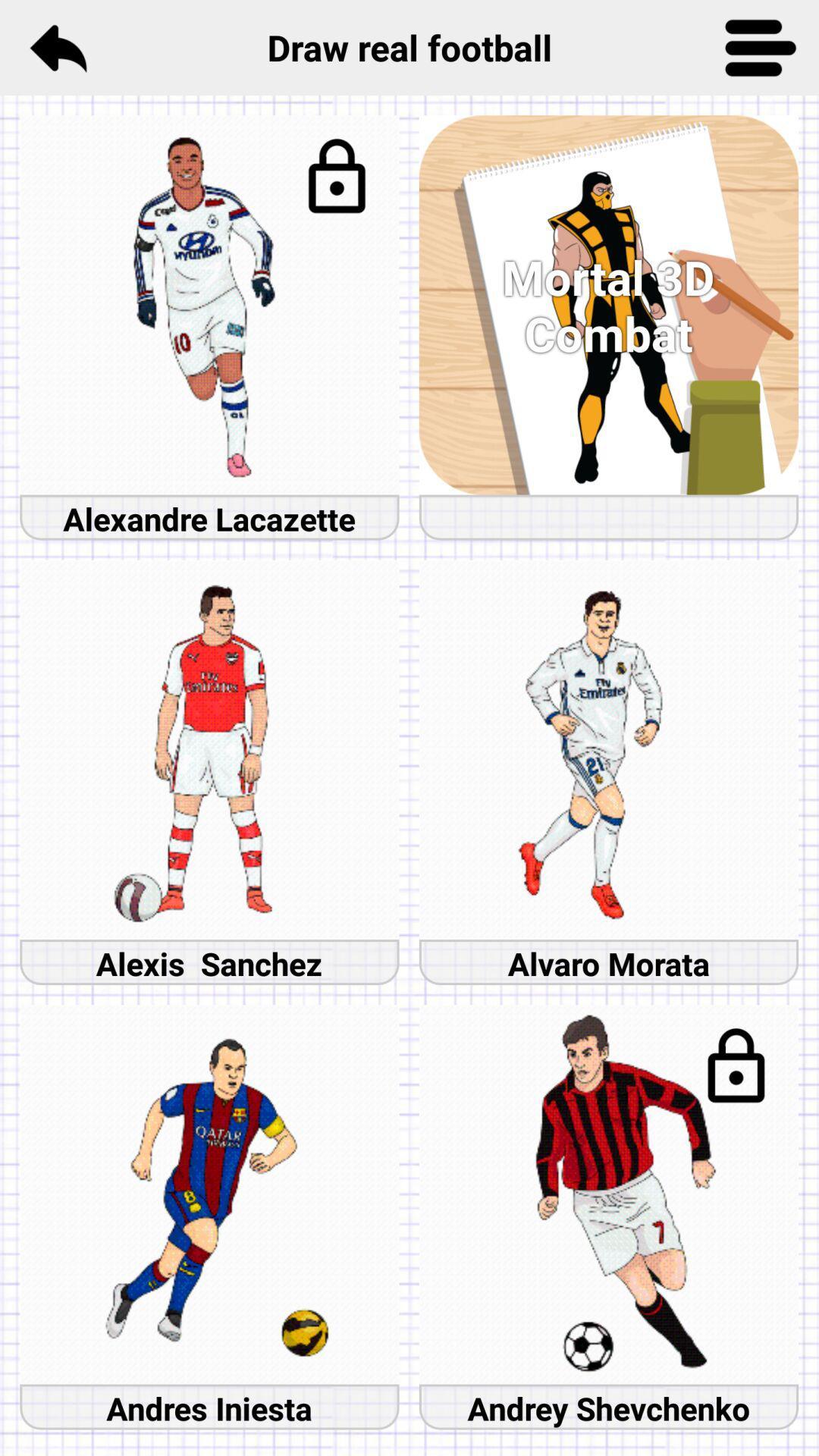 This screenshot has width=819, height=1456. I want to click on go back, so click(57, 47).